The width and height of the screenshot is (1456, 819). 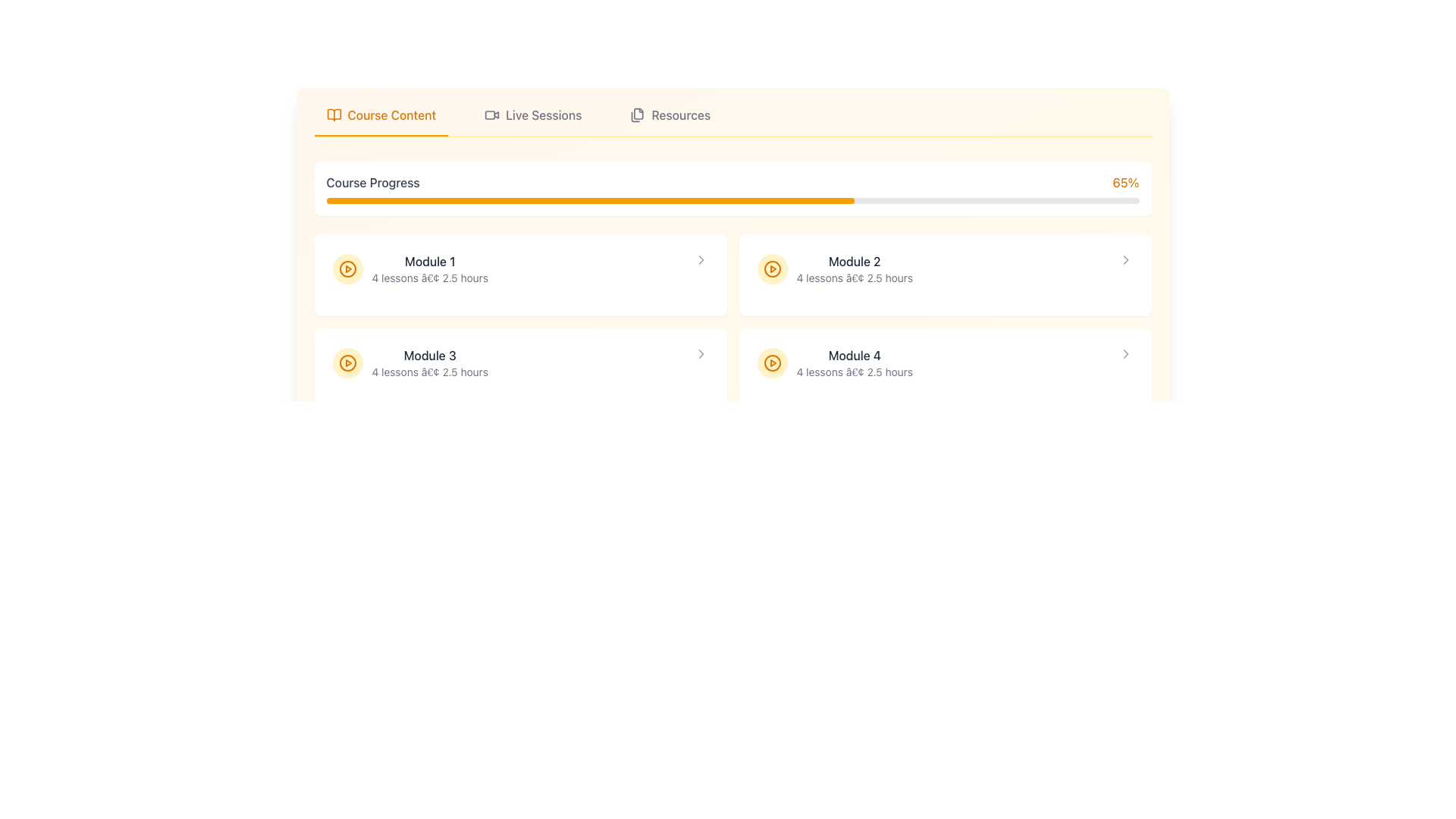 I want to click on the progress bar that visually represents course completion, located in the 'Course Progress' section below the label 'Course Progress' and the percentage indicator '65%, so click(x=733, y=200).